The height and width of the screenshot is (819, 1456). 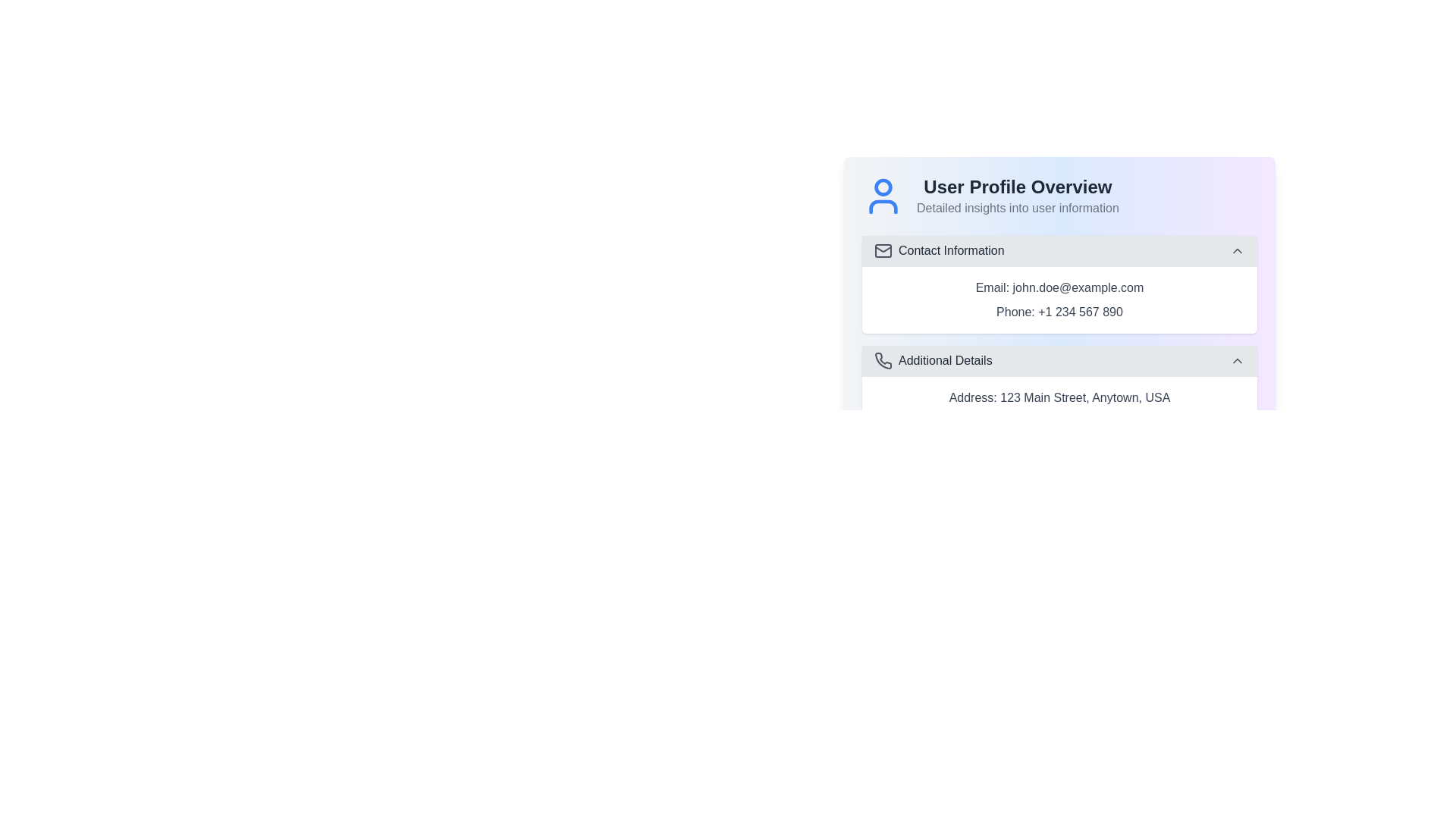 What do you see at coordinates (883, 195) in the screenshot?
I see `the blue-colored user profile avatar icon located in the top-left corner of the 'User Profile Overview' section` at bounding box center [883, 195].